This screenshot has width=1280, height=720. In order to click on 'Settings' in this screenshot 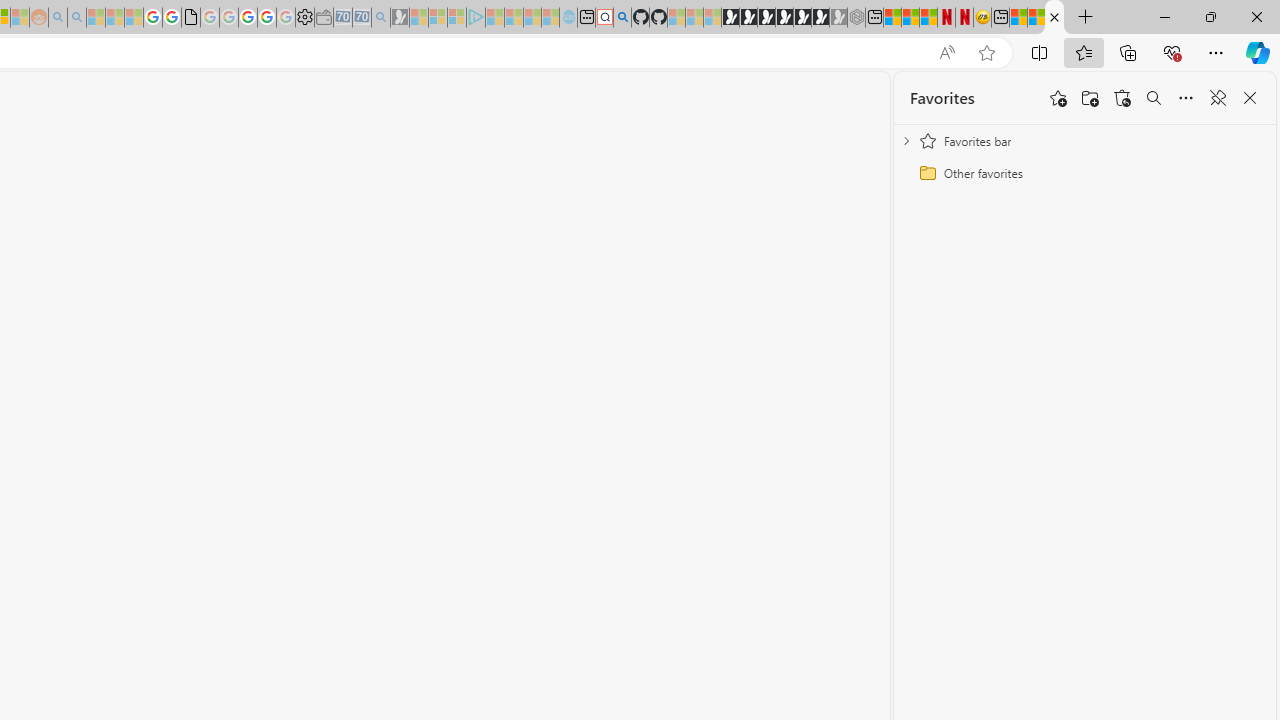, I will do `click(303, 17)`.